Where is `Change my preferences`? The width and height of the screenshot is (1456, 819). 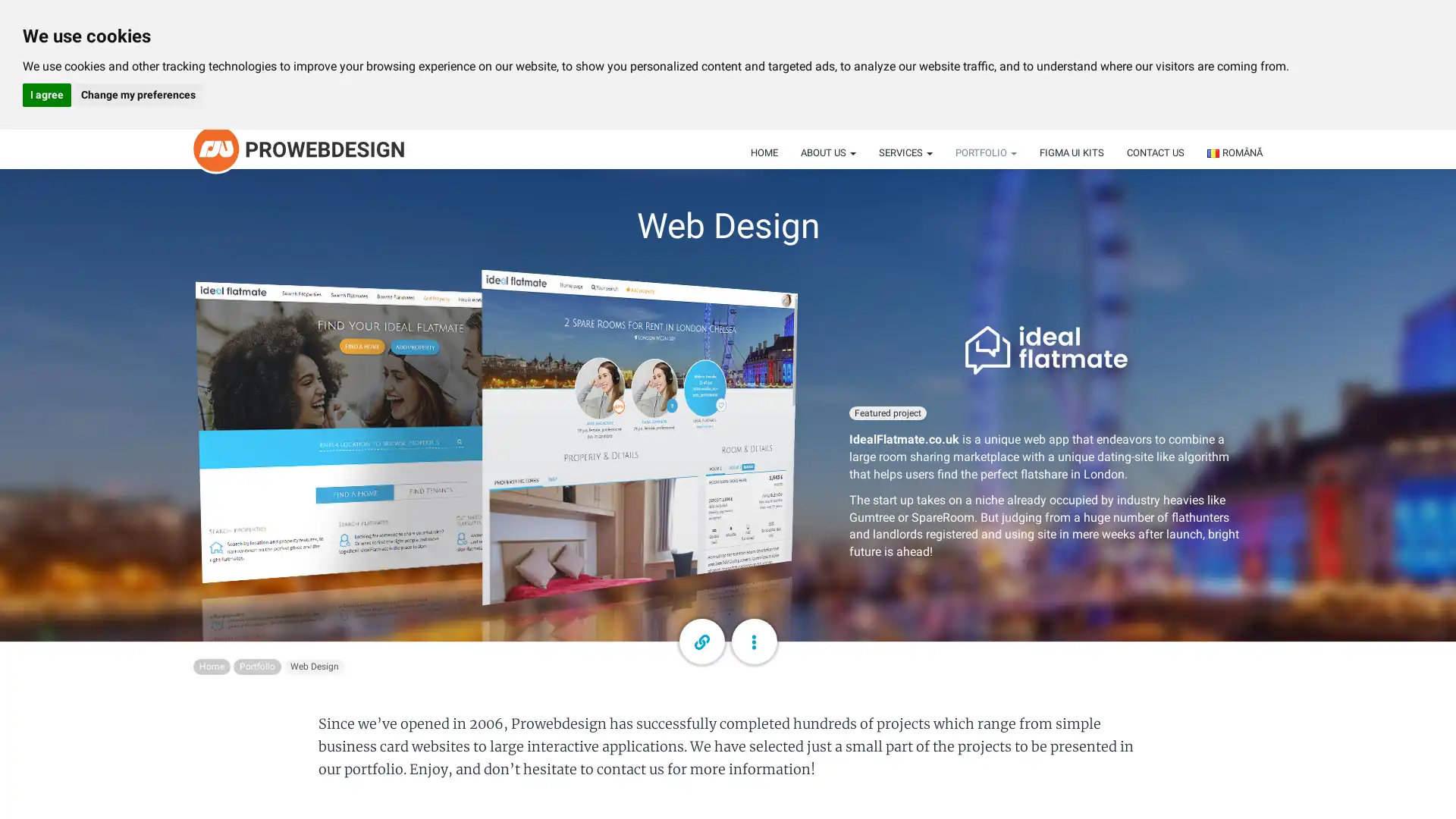
Change my preferences is located at coordinates (137, 95).